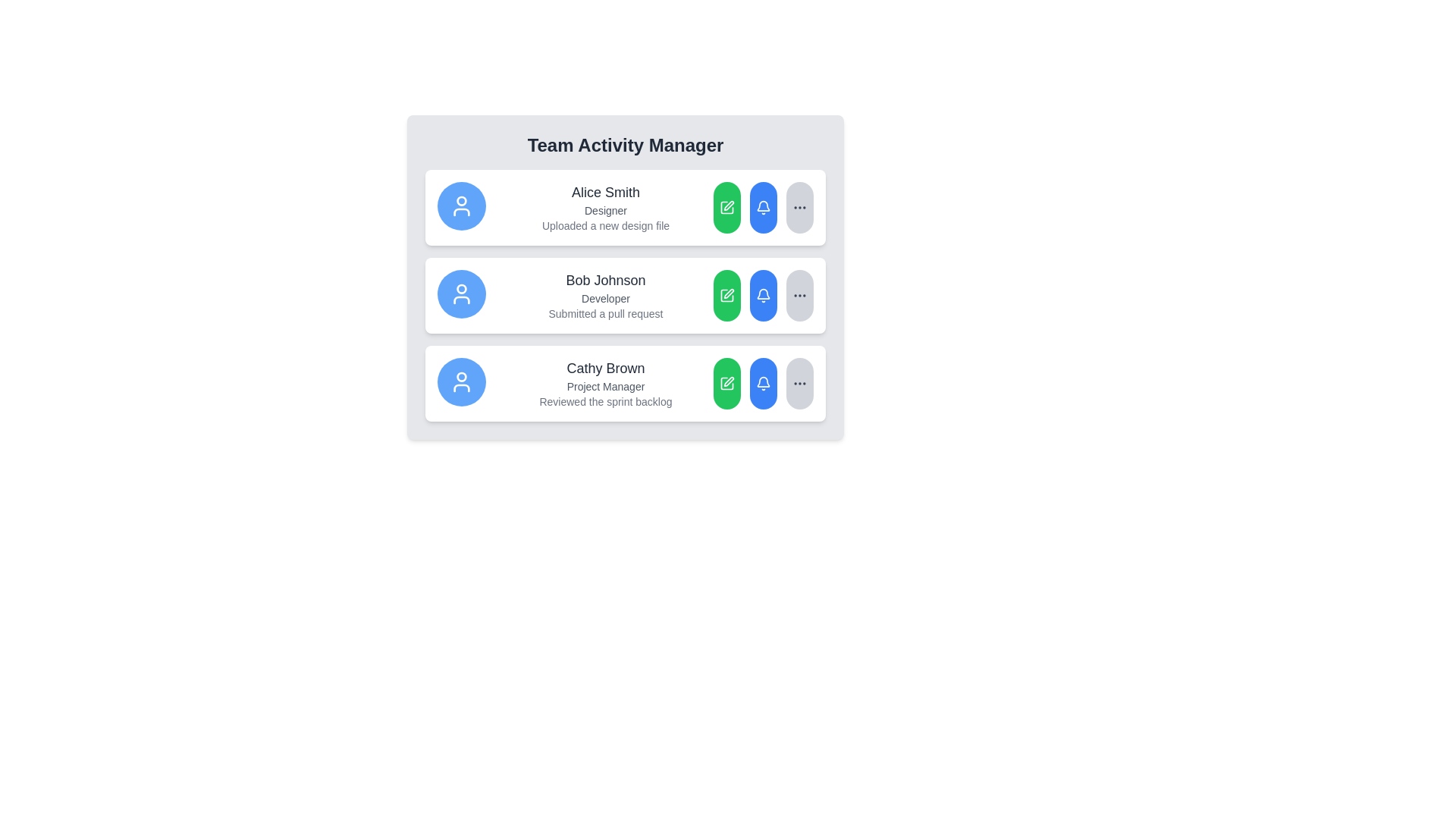 The height and width of the screenshot is (819, 1456). What do you see at coordinates (764, 207) in the screenshot?
I see `the circular blue button with a white bell icon located in the interactive panel for 'Alice Smith' in the 'Team Activity Manager' section to trigger its hover effects` at bounding box center [764, 207].